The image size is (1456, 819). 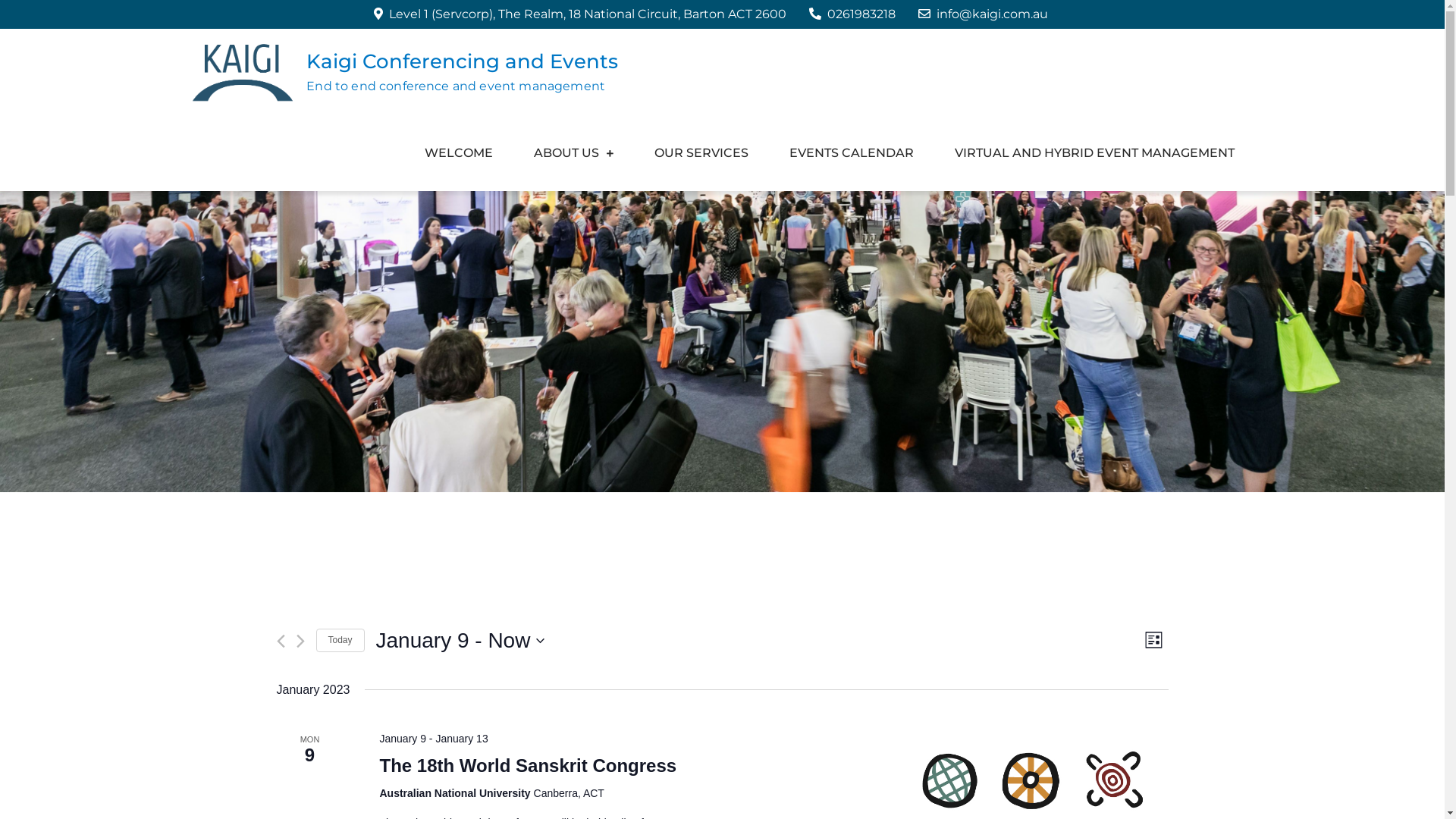 I want to click on 'info@kaigi.com.au', so click(x=983, y=14).